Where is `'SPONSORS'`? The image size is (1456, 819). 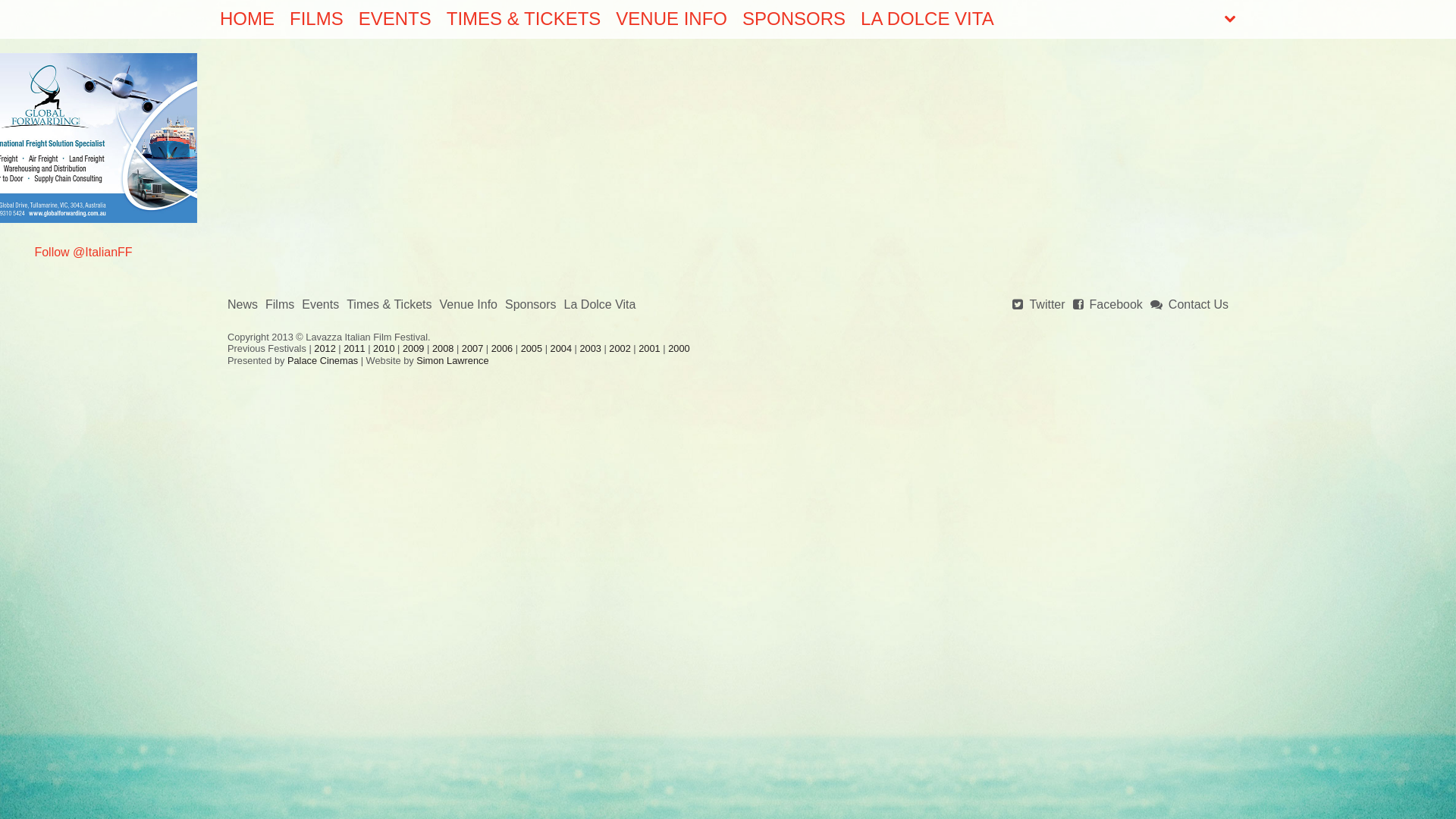 'SPONSORS' is located at coordinates (792, 18).